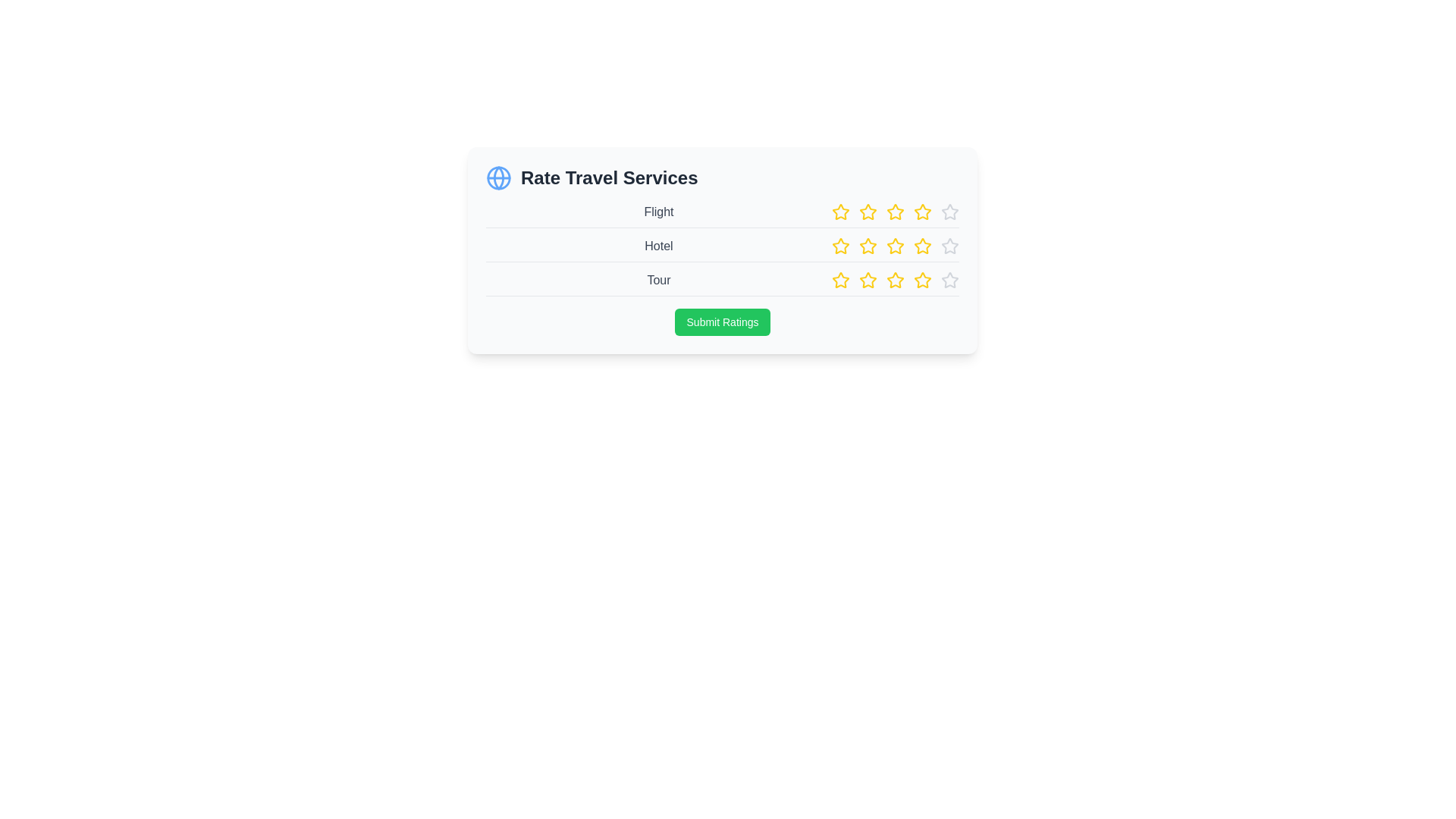 This screenshot has width=1456, height=819. What do you see at coordinates (895, 281) in the screenshot?
I see `the fourth star in the sequence of five yellow stars to rate the 'Tour' option with a four-star rating in the 'Rate Travel Services' interface` at bounding box center [895, 281].